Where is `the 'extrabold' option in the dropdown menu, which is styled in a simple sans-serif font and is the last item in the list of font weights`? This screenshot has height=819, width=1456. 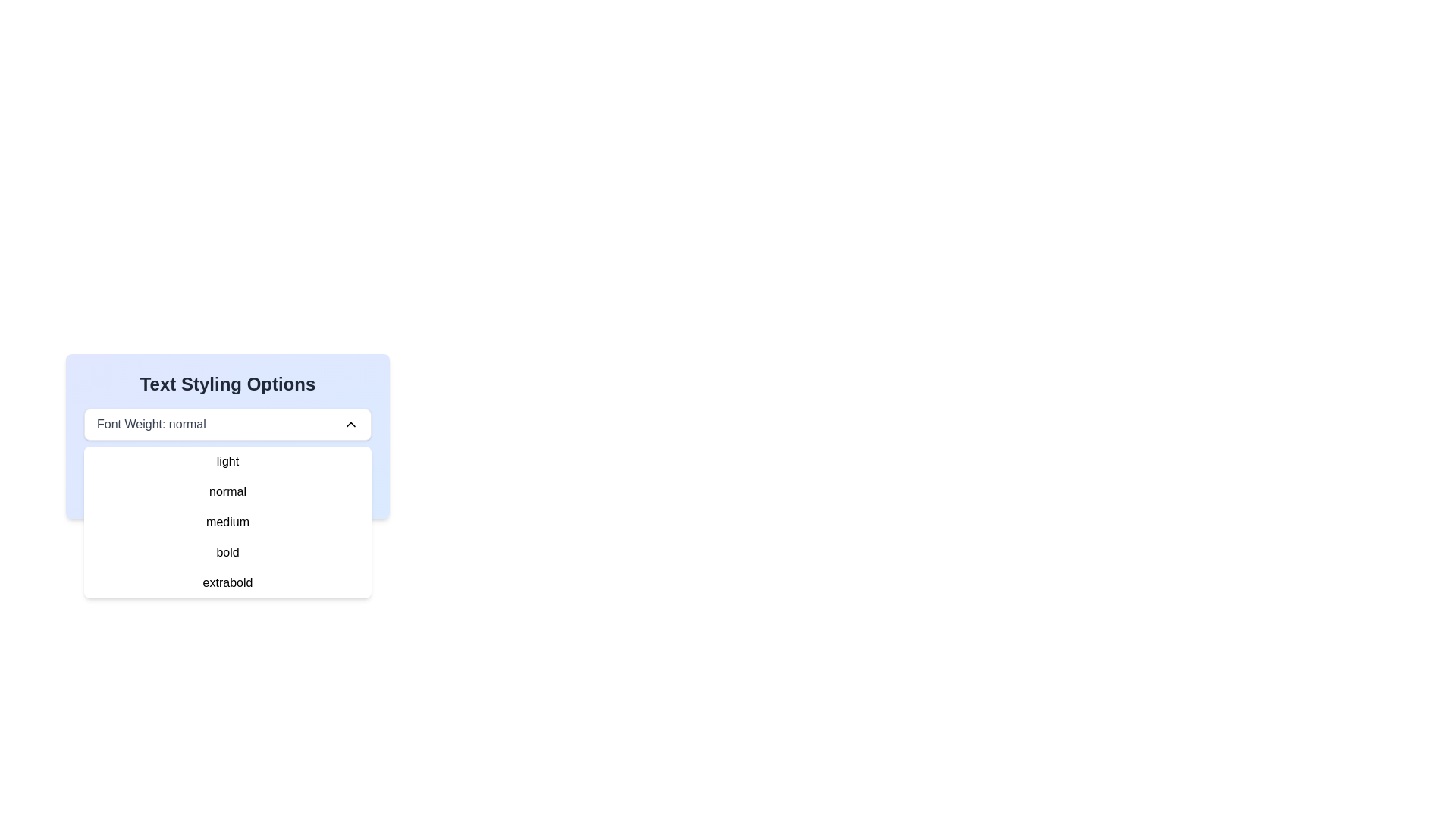
the 'extrabold' option in the dropdown menu, which is styled in a simple sans-serif font and is the last item in the list of font weights is located at coordinates (227, 582).